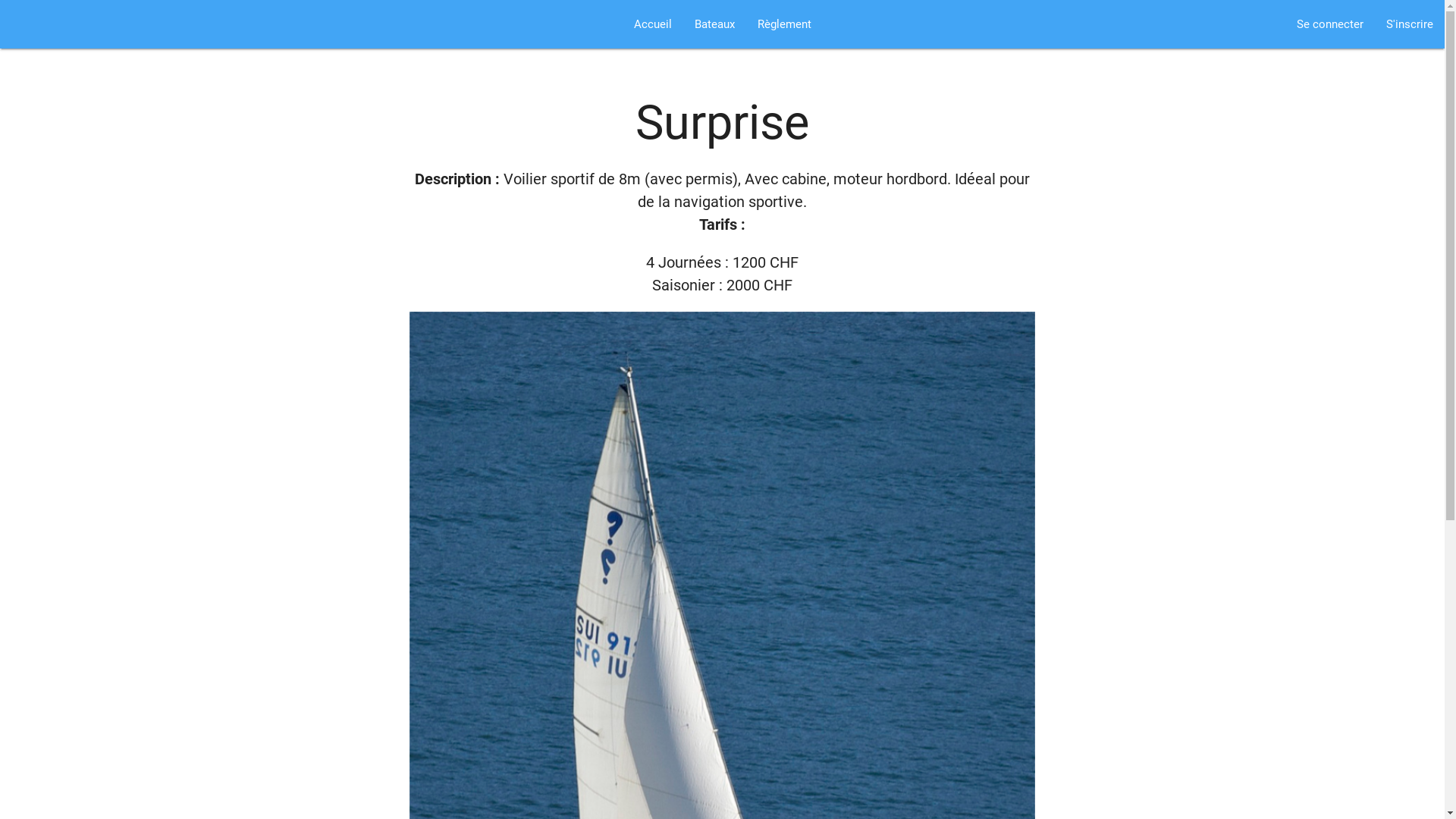 This screenshot has width=1456, height=819. I want to click on 'Se connecter', so click(1329, 24).